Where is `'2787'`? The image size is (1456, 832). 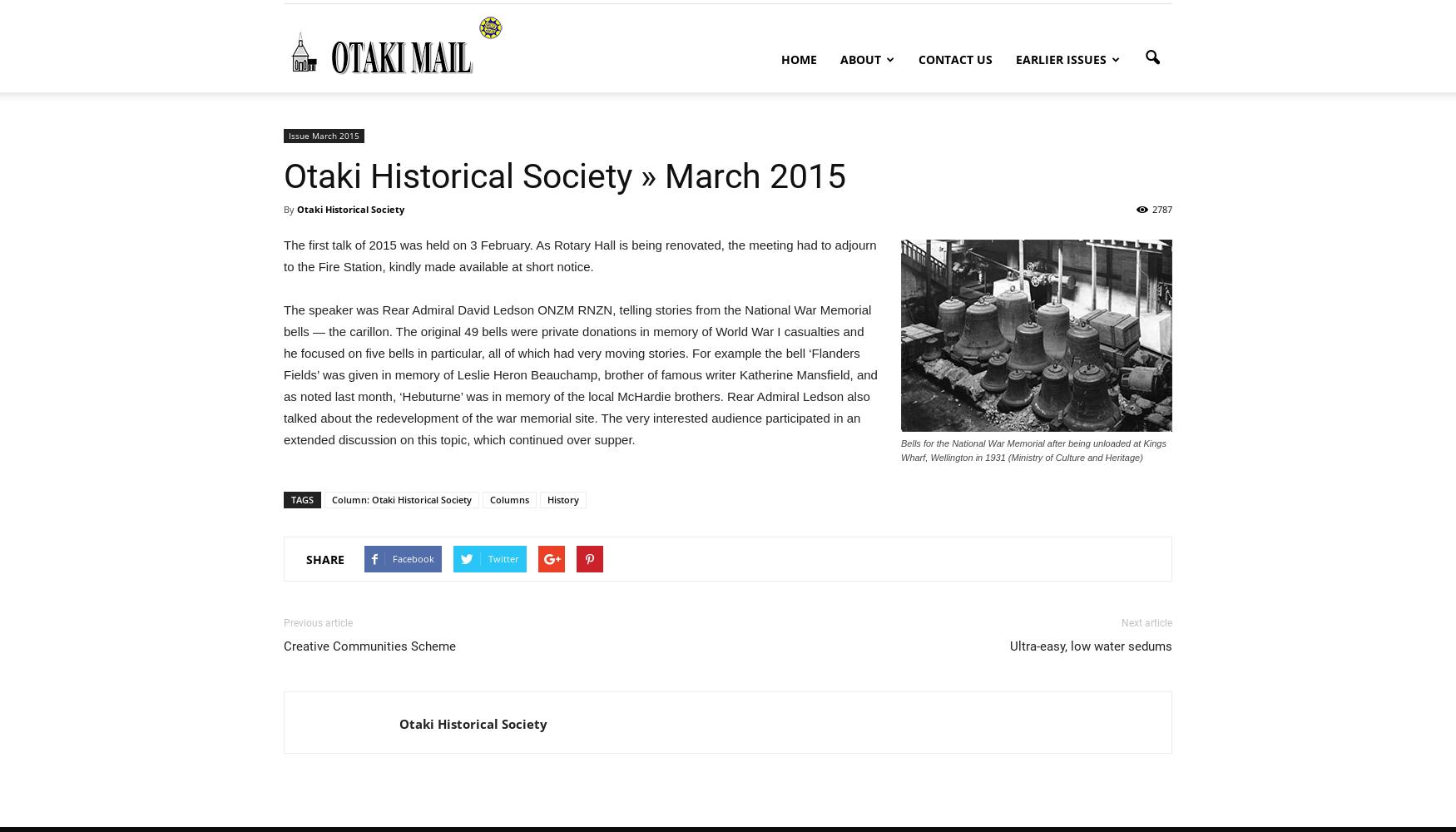
'2787' is located at coordinates (1161, 209).